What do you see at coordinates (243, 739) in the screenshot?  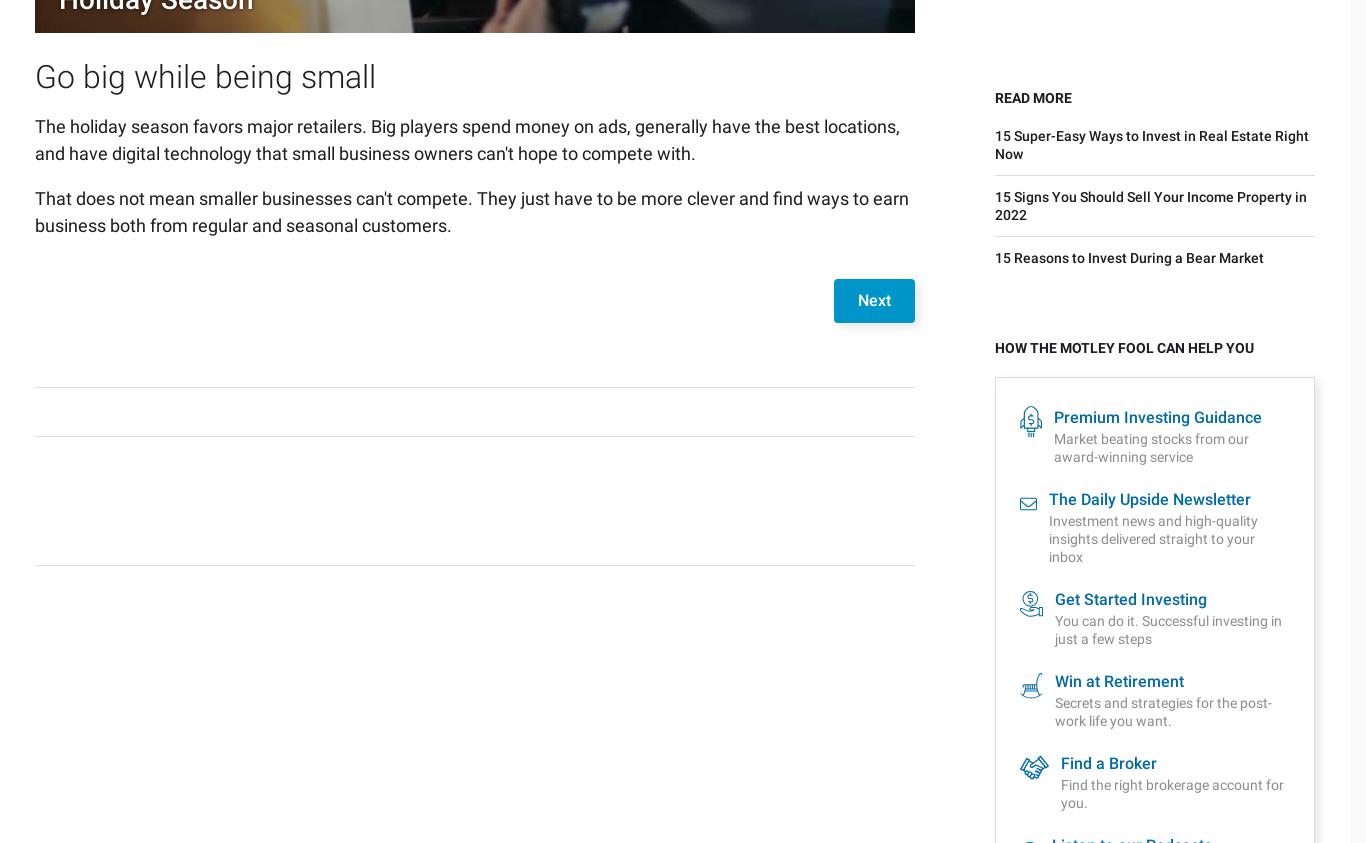 I see `'Invest better with The Motley Fool. Get stock recommendations, portfolio guidance, and more from The Motley Fool's premium services.'` at bounding box center [243, 739].